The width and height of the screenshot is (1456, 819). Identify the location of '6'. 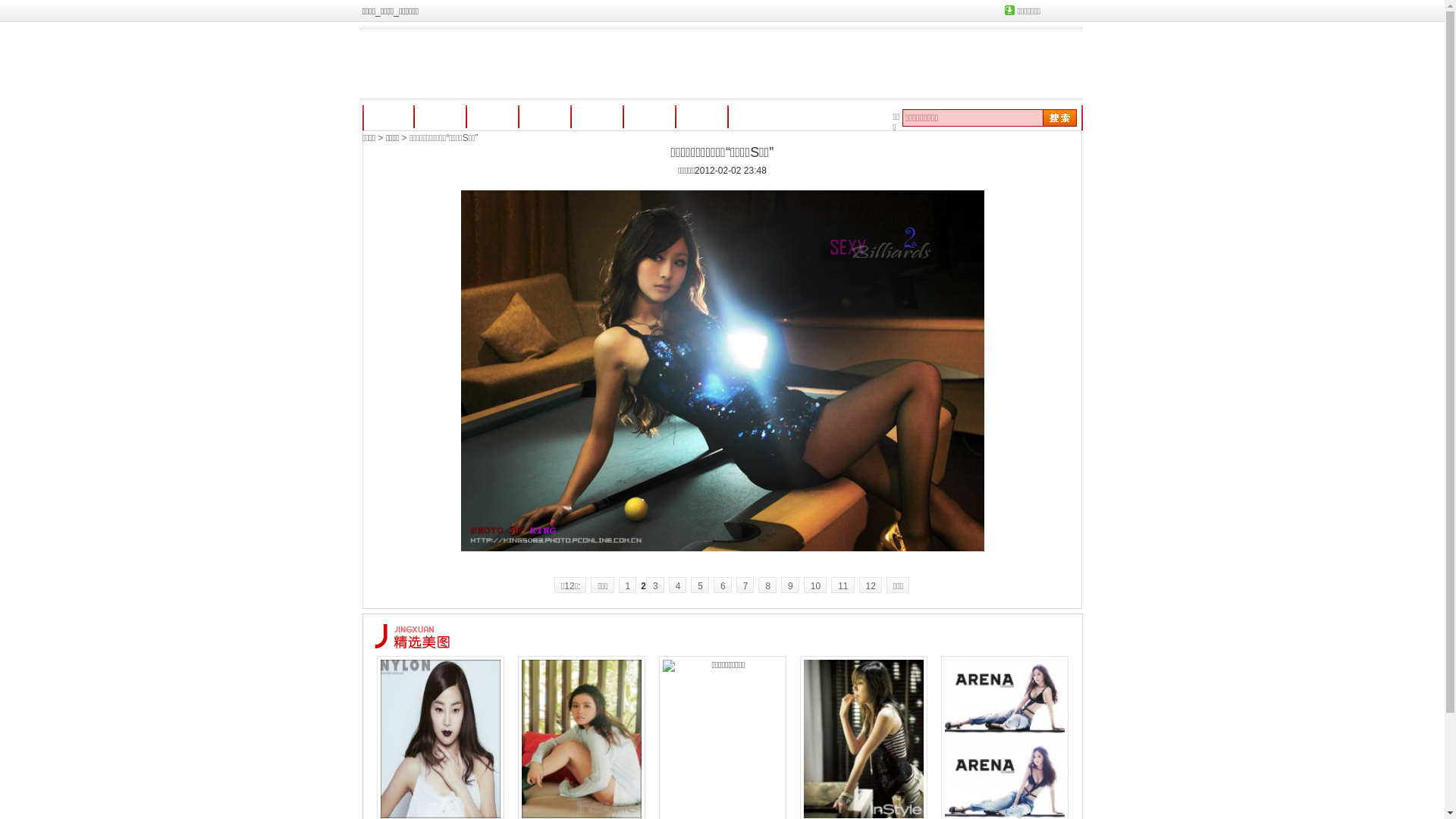
(722, 584).